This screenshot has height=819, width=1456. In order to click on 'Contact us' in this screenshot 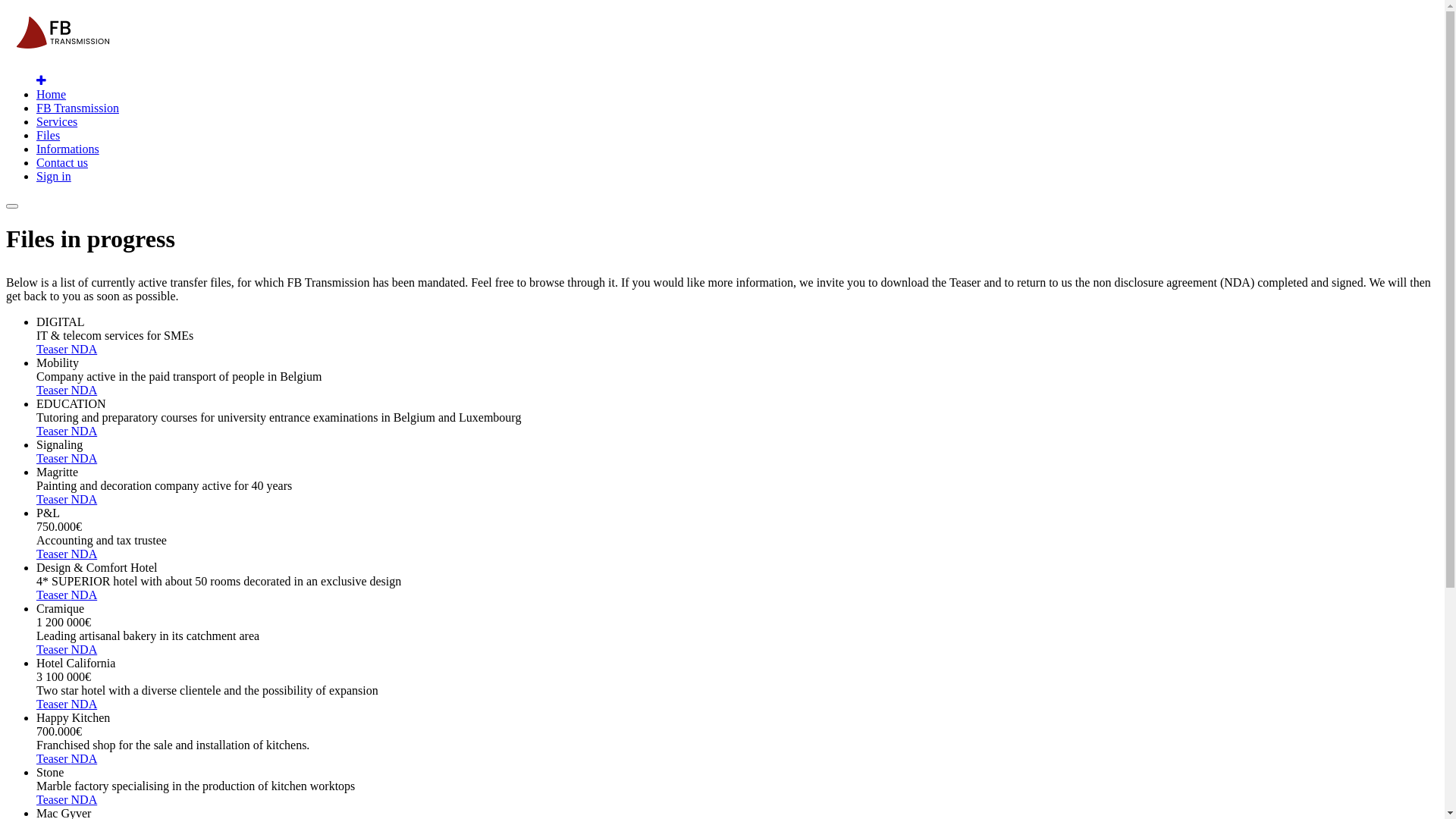, I will do `click(61, 162)`.